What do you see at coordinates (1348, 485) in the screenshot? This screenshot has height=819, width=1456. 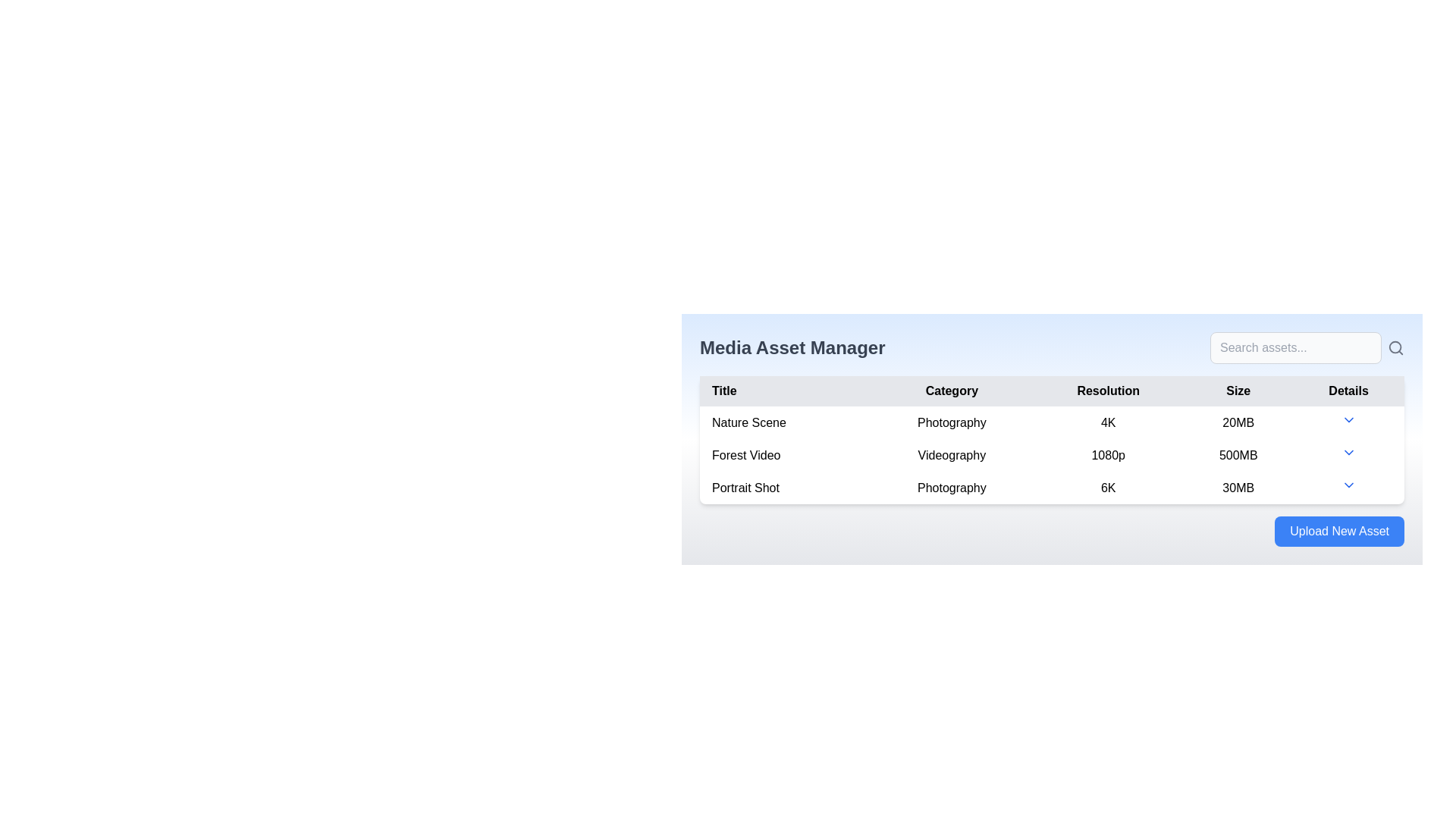 I see `the downward-facing blue arrow icon in the third dropdown indicator of the 'Details' column corresponding to the 'Portrait Shot' row` at bounding box center [1348, 485].